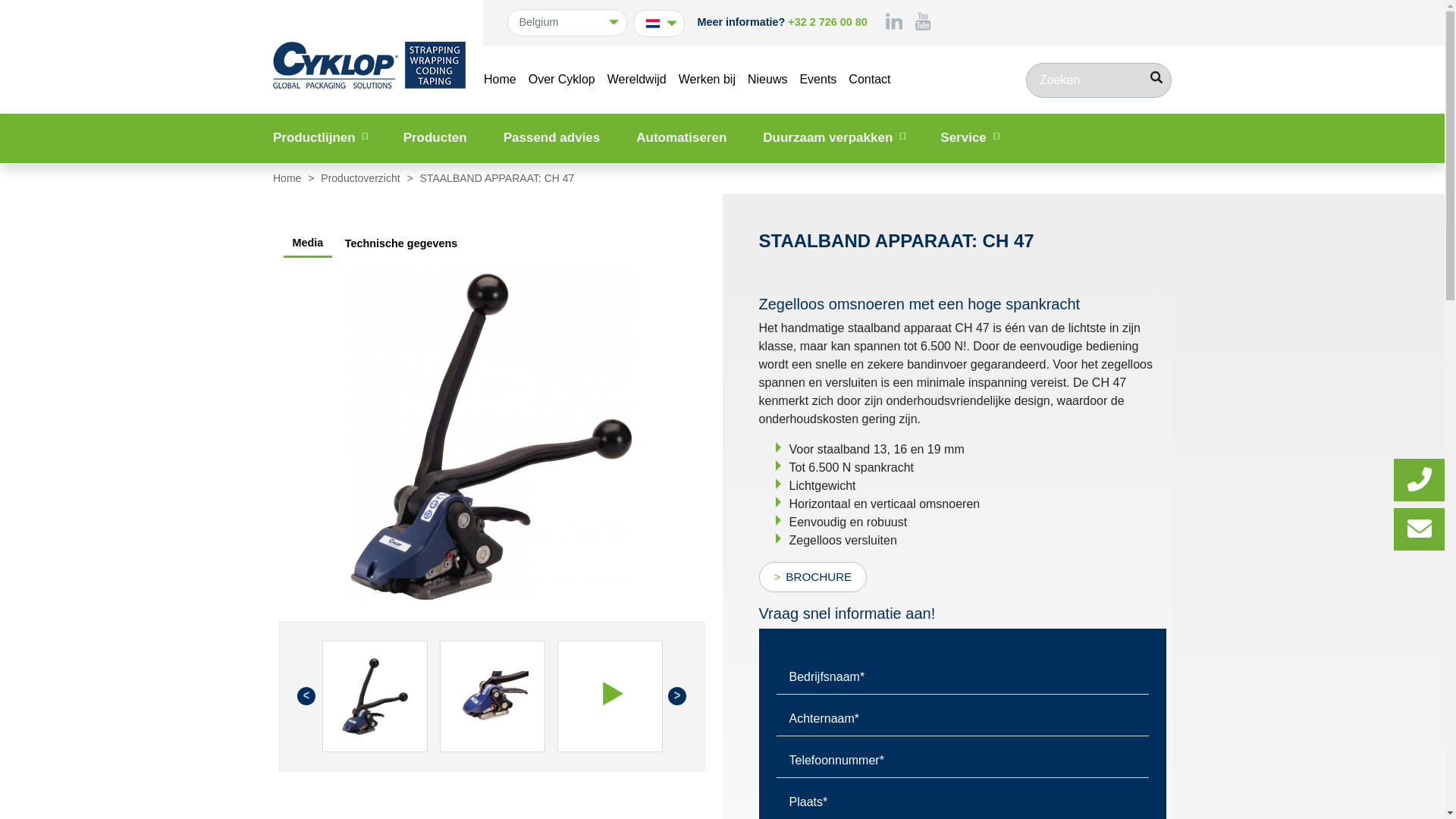  What do you see at coordinates (968, 137) in the screenshot?
I see `'Service'` at bounding box center [968, 137].